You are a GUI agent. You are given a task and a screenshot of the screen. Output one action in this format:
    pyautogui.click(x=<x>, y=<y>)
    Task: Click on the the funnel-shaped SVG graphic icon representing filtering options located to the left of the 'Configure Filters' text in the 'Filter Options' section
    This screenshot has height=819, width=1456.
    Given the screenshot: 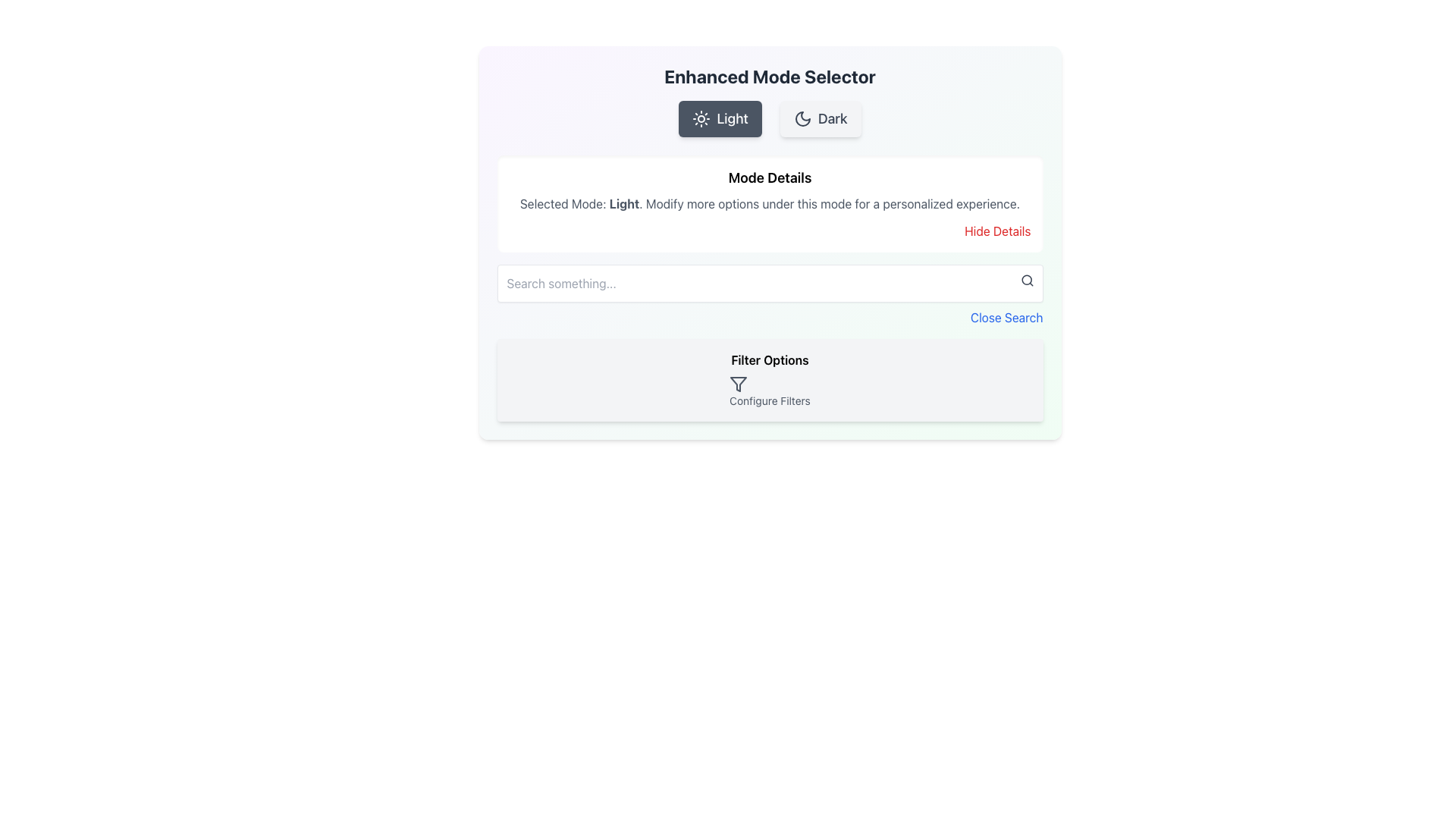 What is the action you would take?
    pyautogui.click(x=739, y=383)
    